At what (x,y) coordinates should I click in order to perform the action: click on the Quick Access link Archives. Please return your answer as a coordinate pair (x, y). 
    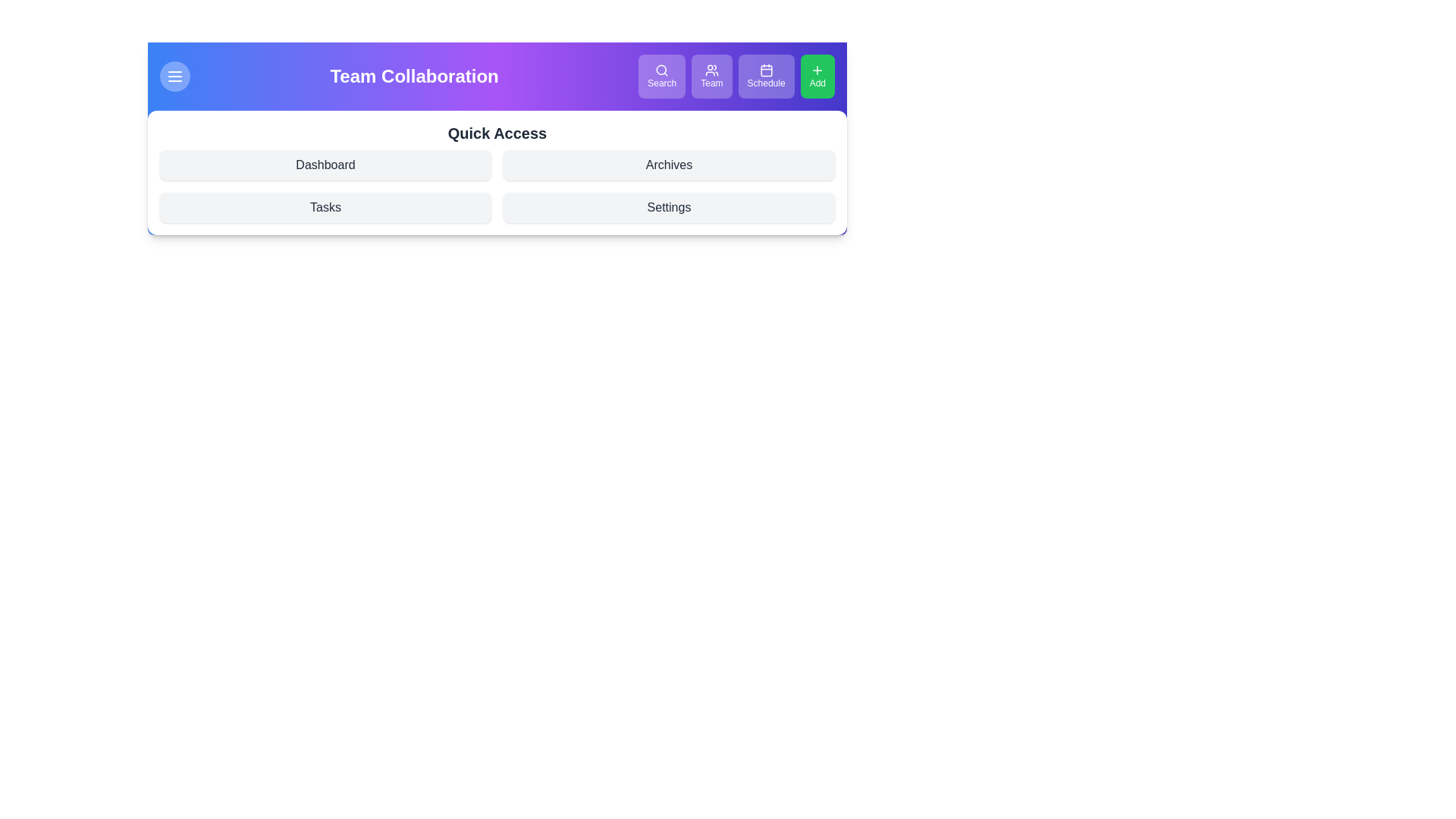
    Looking at the image, I should click on (668, 165).